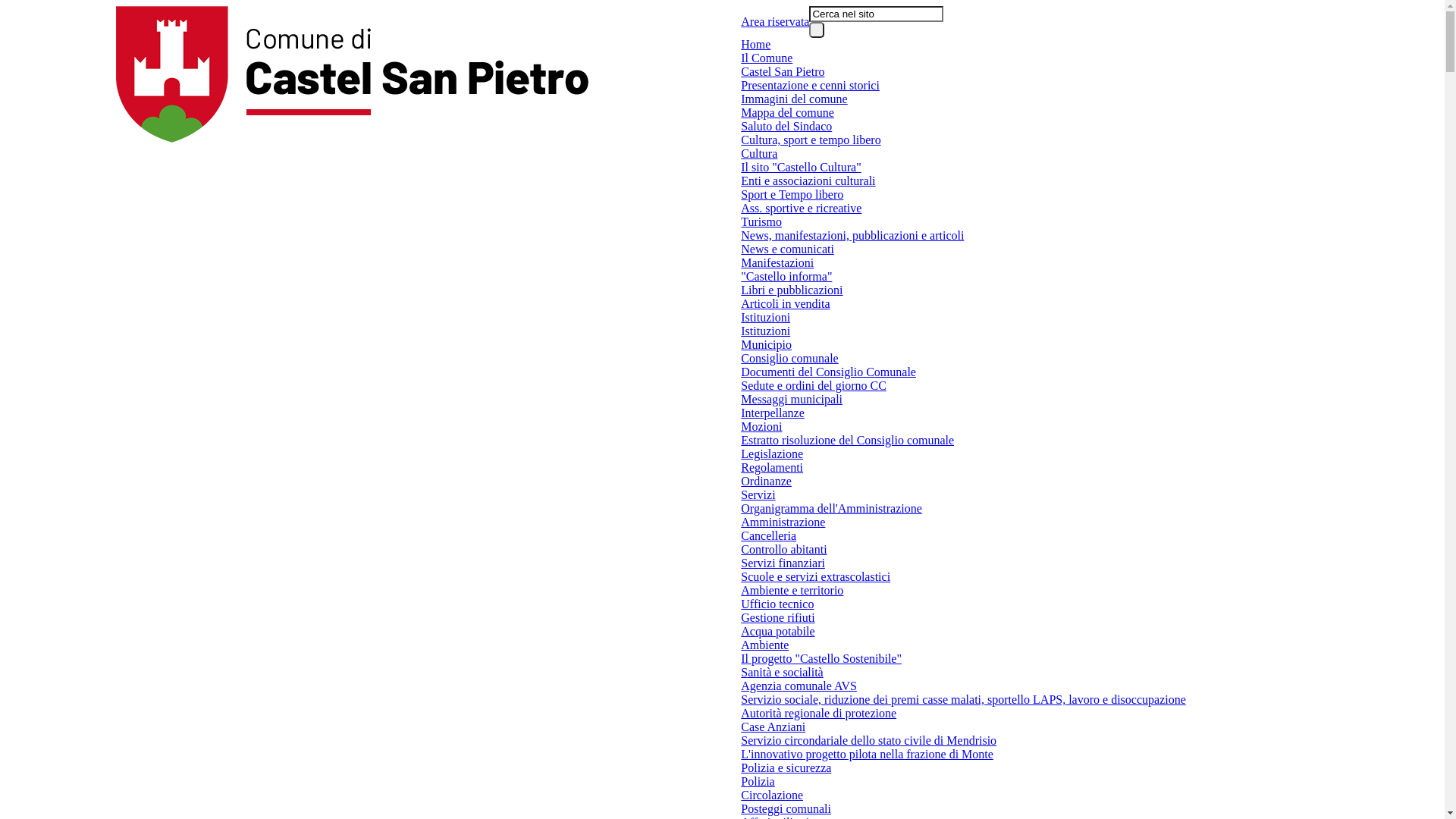  Describe the element at coordinates (741, 22) in the screenshot. I see `'Area riservata'` at that location.